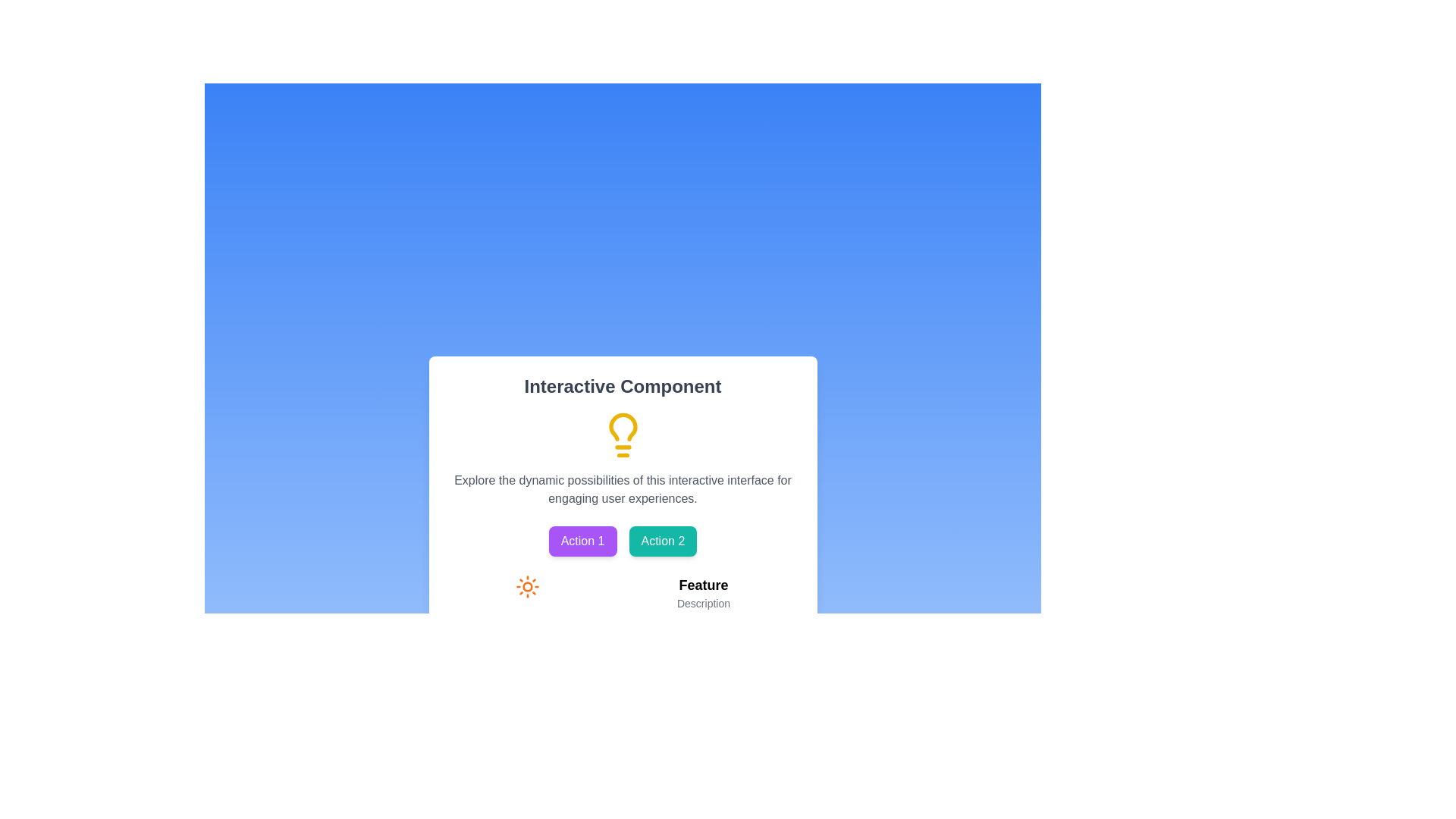 The width and height of the screenshot is (1456, 819). Describe the element at coordinates (702, 584) in the screenshot. I see `bold, larger-sized text element labeled 'Feature', located in the lower-right section of the interface, above the text 'Description'` at that location.